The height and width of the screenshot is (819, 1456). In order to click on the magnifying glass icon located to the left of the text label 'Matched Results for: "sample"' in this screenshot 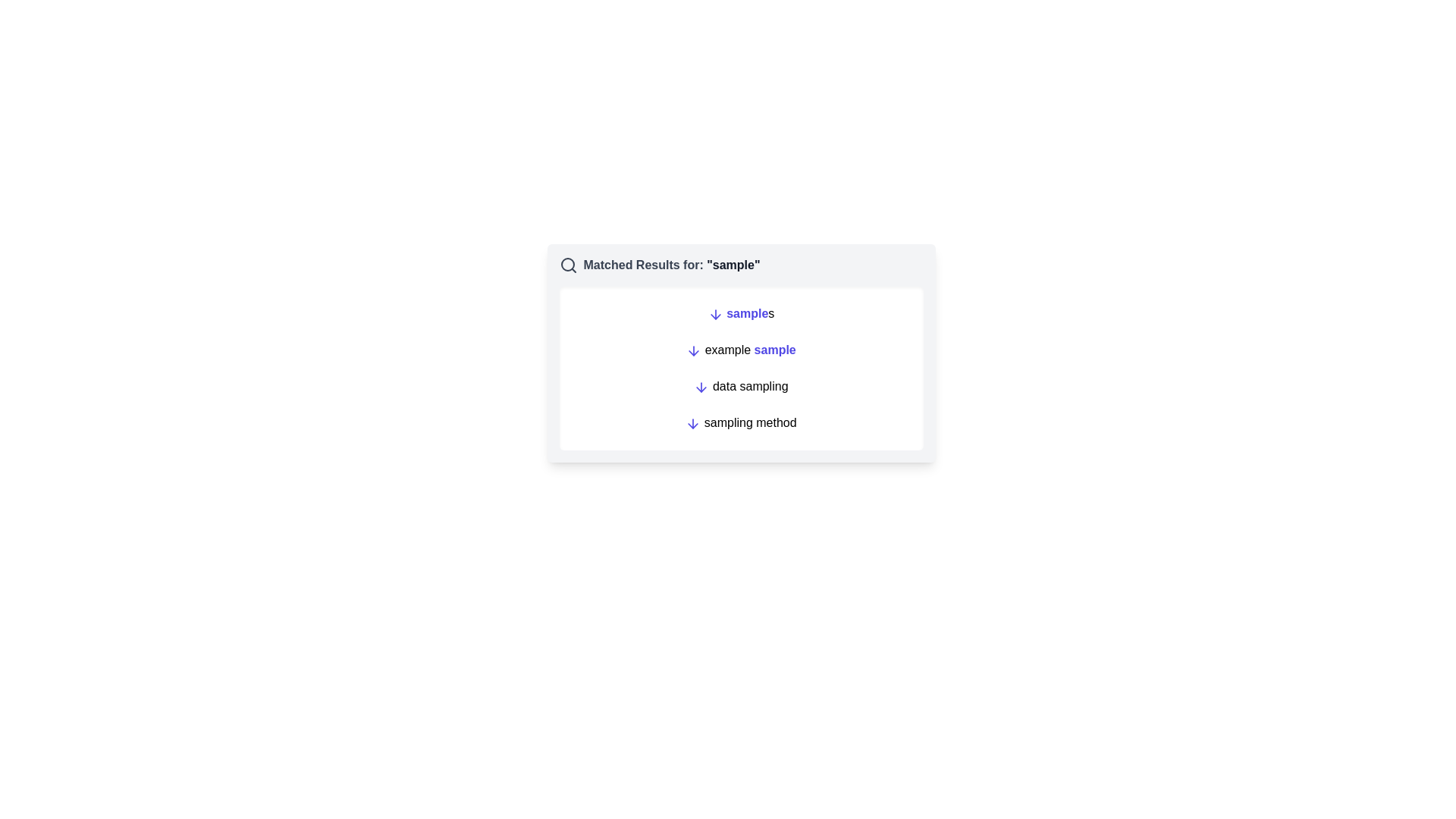, I will do `click(567, 265)`.